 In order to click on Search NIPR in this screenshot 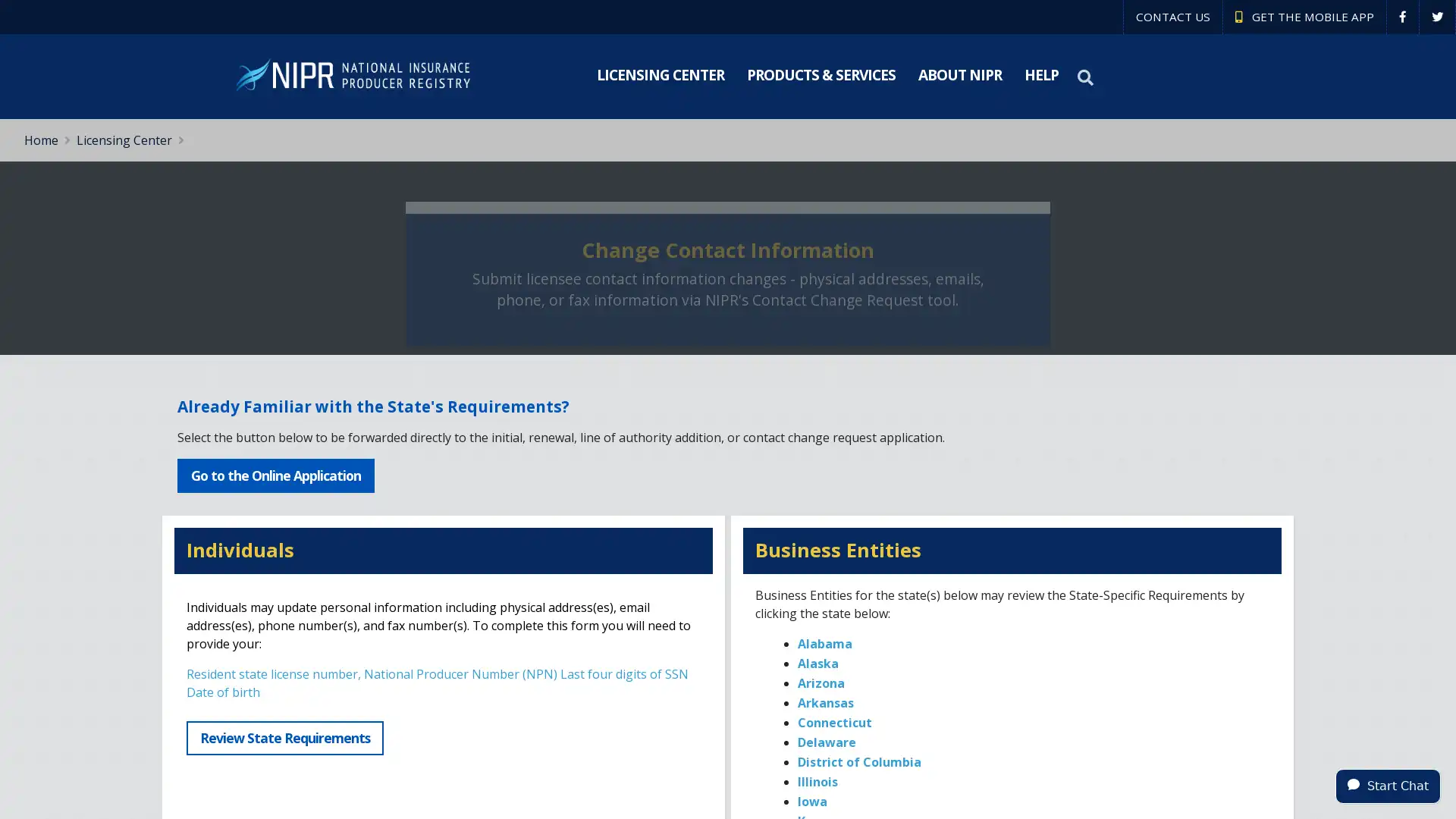, I will do `click(1087, 77)`.